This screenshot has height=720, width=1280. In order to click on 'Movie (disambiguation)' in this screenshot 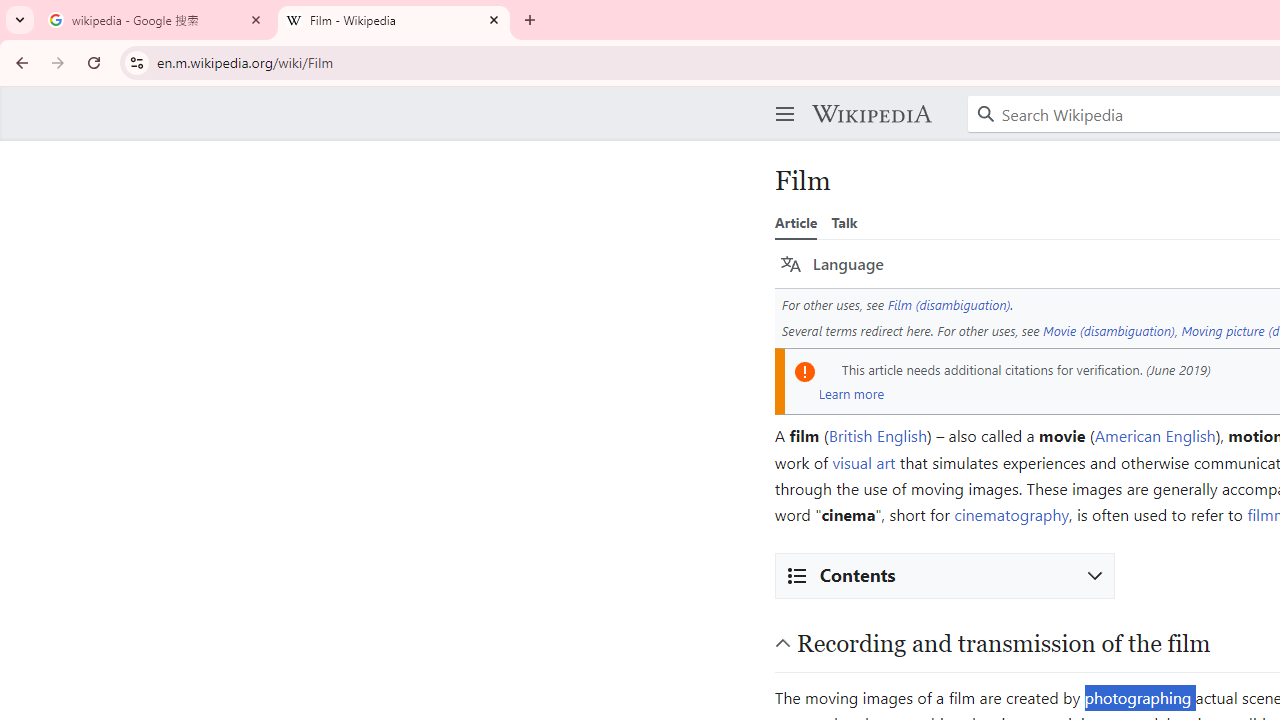, I will do `click(1108, 329)`.